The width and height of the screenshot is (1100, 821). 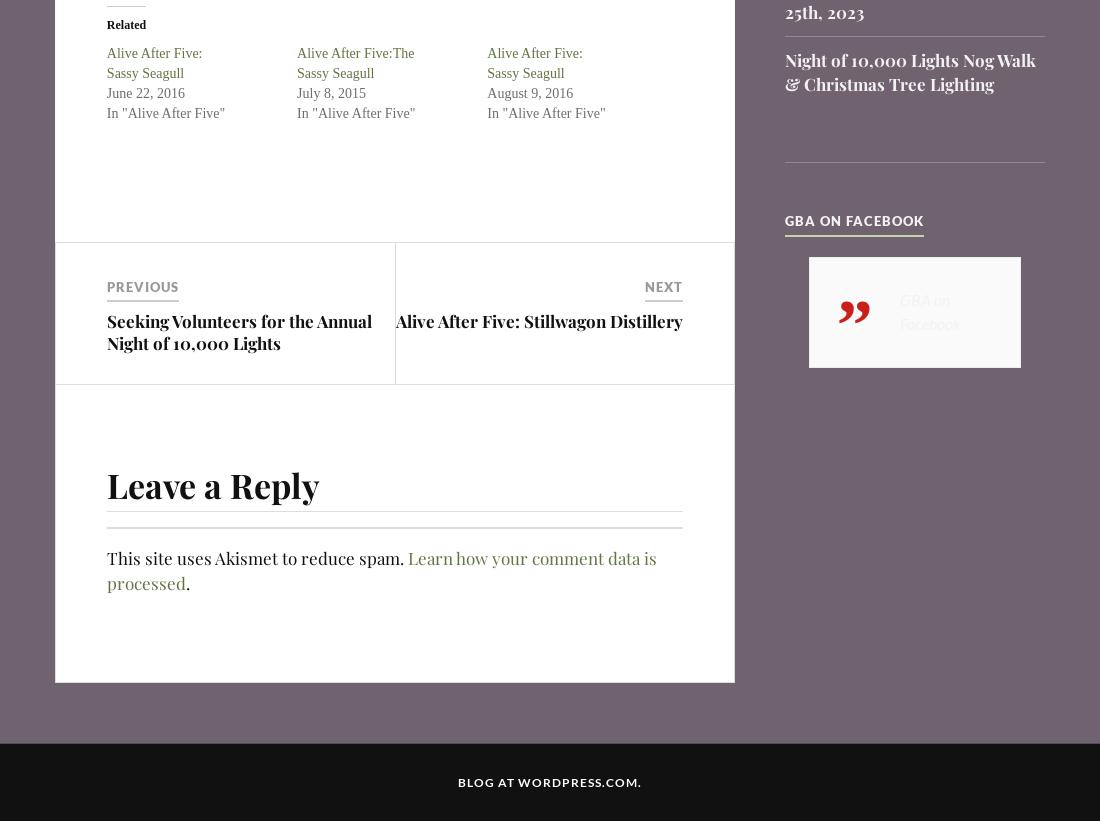 What do you see at coordinates (550, 782) in the screenshot?
I see `'Blog at WordPress.com.'` at bounding box center [550, 782].